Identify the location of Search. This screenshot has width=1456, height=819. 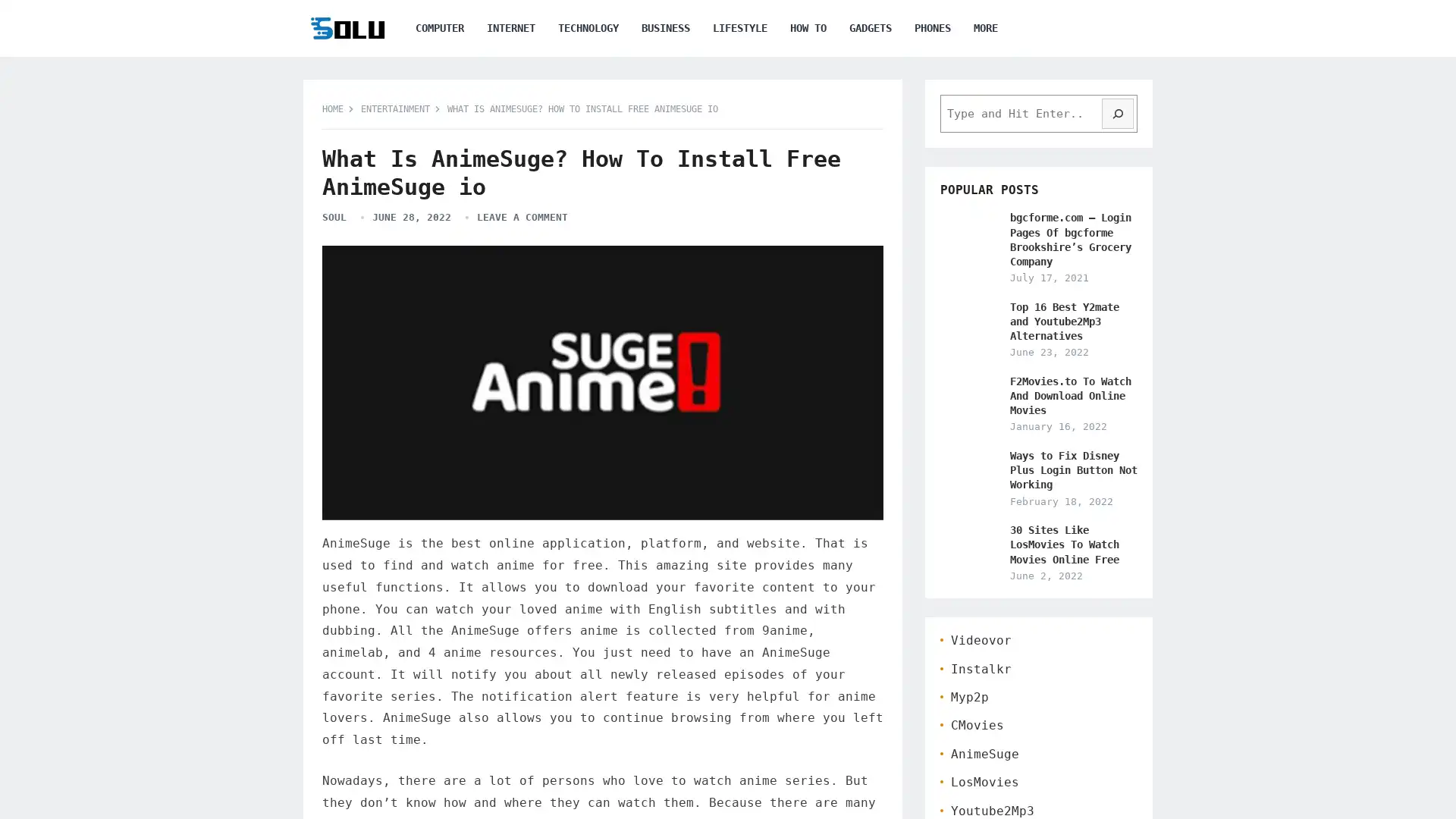
(1117, 113).